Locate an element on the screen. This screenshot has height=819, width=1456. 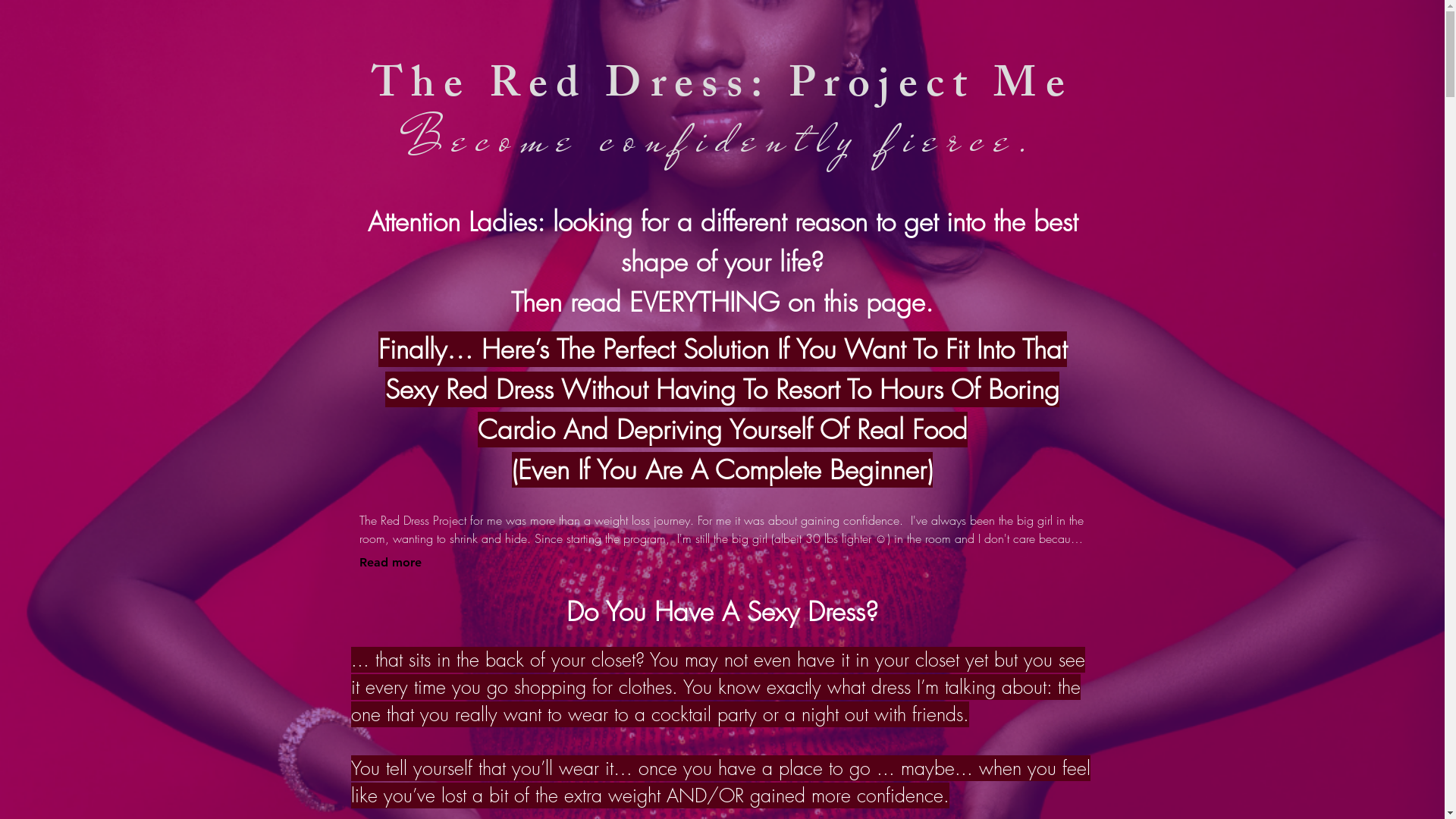
'Read more' is located at coordinates (390, 562).